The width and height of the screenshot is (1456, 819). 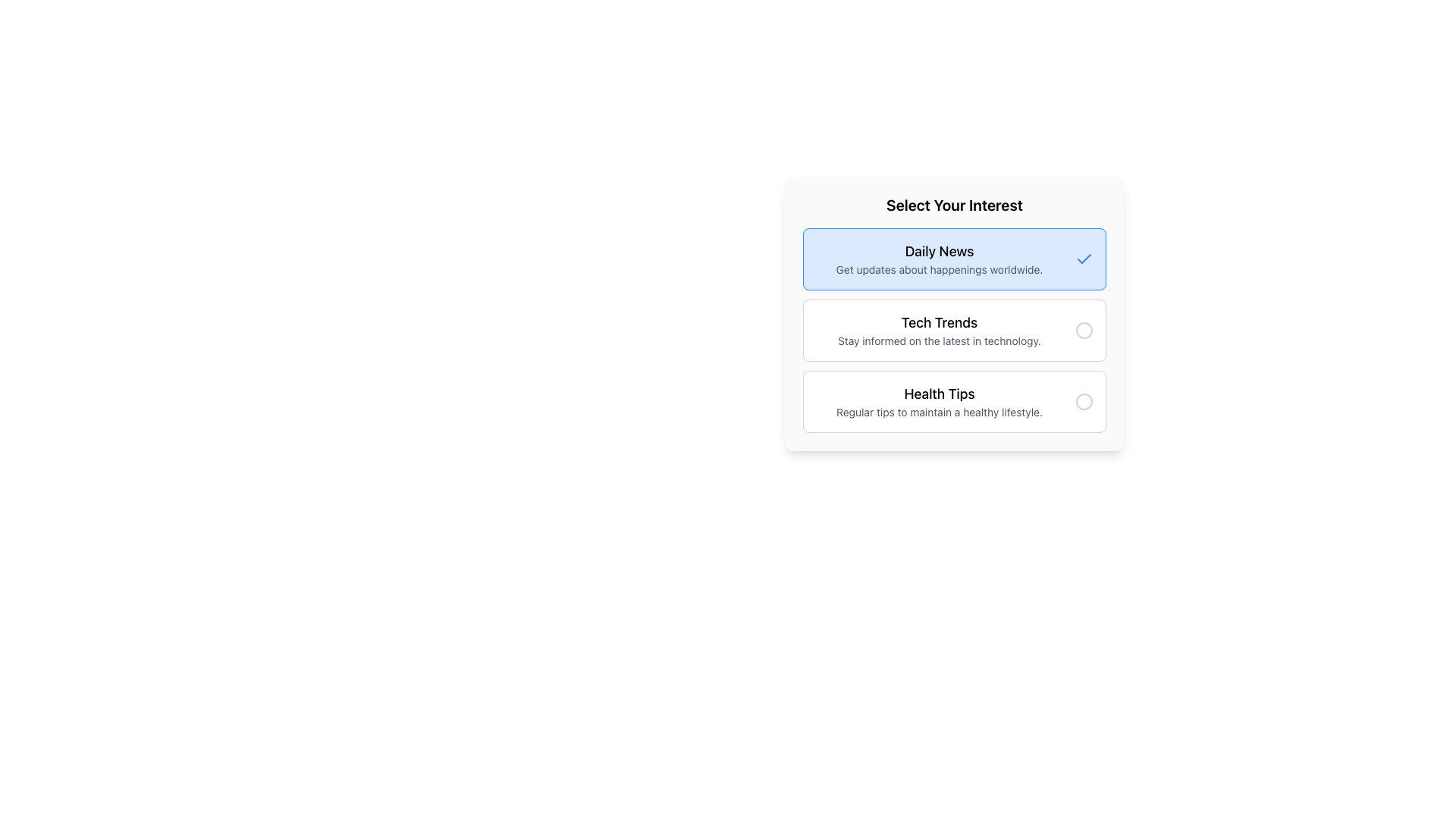 What do you see at coordinates (1084, 329) in the screenshot?
I see `the unselected Radio button indicator for the 'Tech Trends' option` at bounding box center [1084, 329].